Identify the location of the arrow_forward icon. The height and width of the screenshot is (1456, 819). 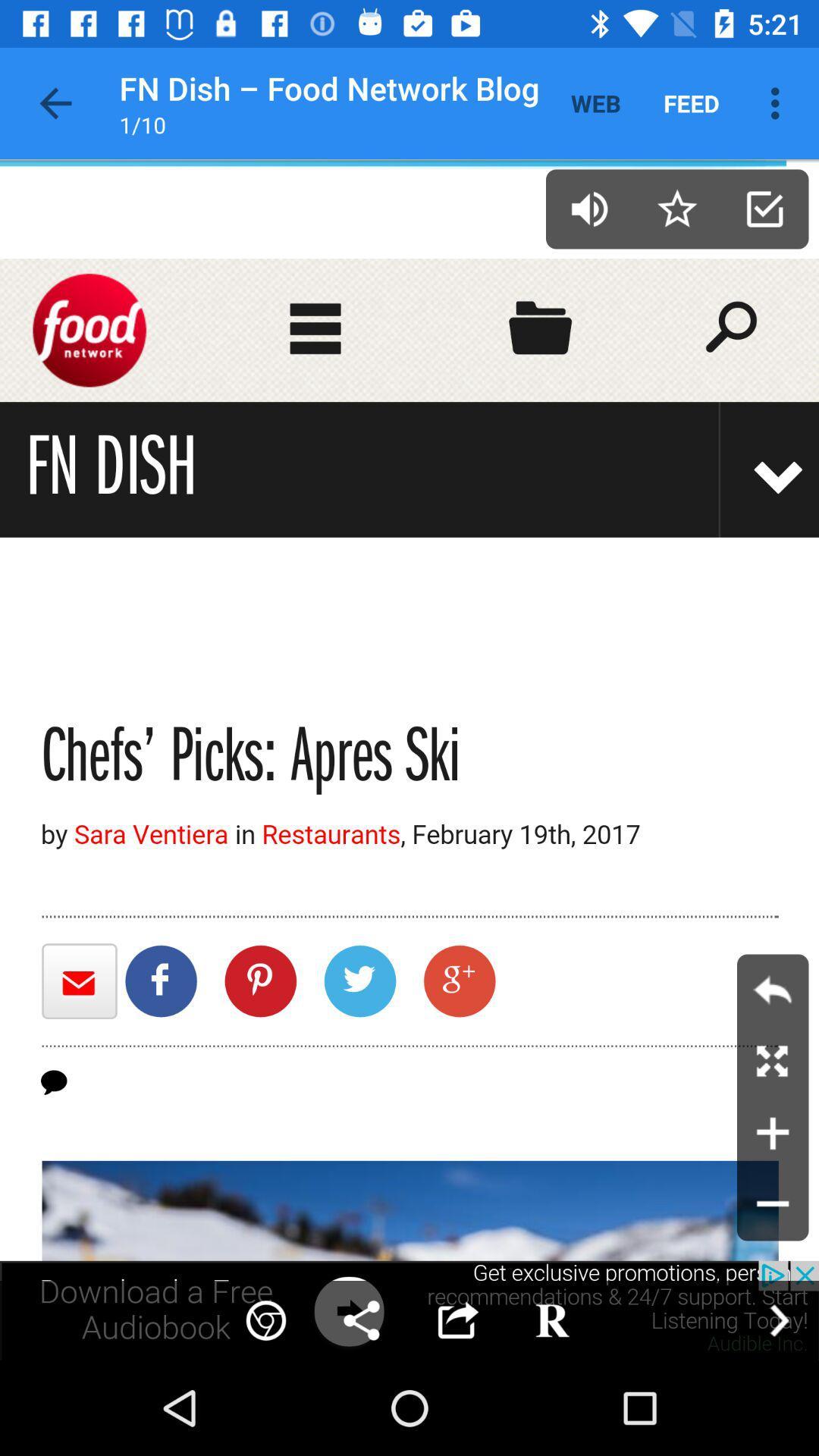
(779, 1319).